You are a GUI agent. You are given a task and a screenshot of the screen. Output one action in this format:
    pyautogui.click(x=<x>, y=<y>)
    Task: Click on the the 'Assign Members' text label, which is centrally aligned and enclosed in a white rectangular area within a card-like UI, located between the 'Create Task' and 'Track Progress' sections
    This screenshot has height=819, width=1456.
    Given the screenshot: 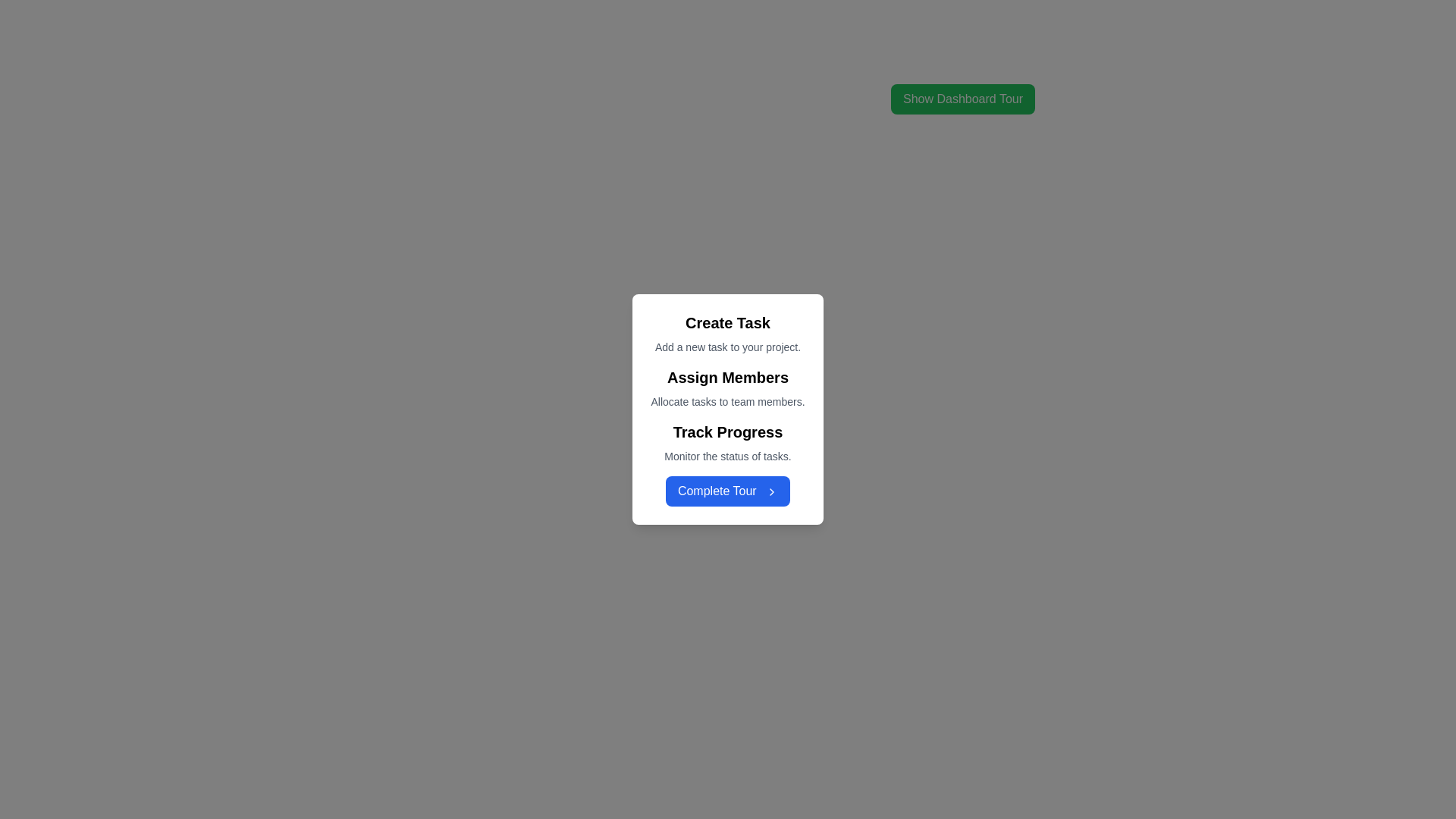 What is the action you would take?
    pyautogui.click(x=728, y=388)
    